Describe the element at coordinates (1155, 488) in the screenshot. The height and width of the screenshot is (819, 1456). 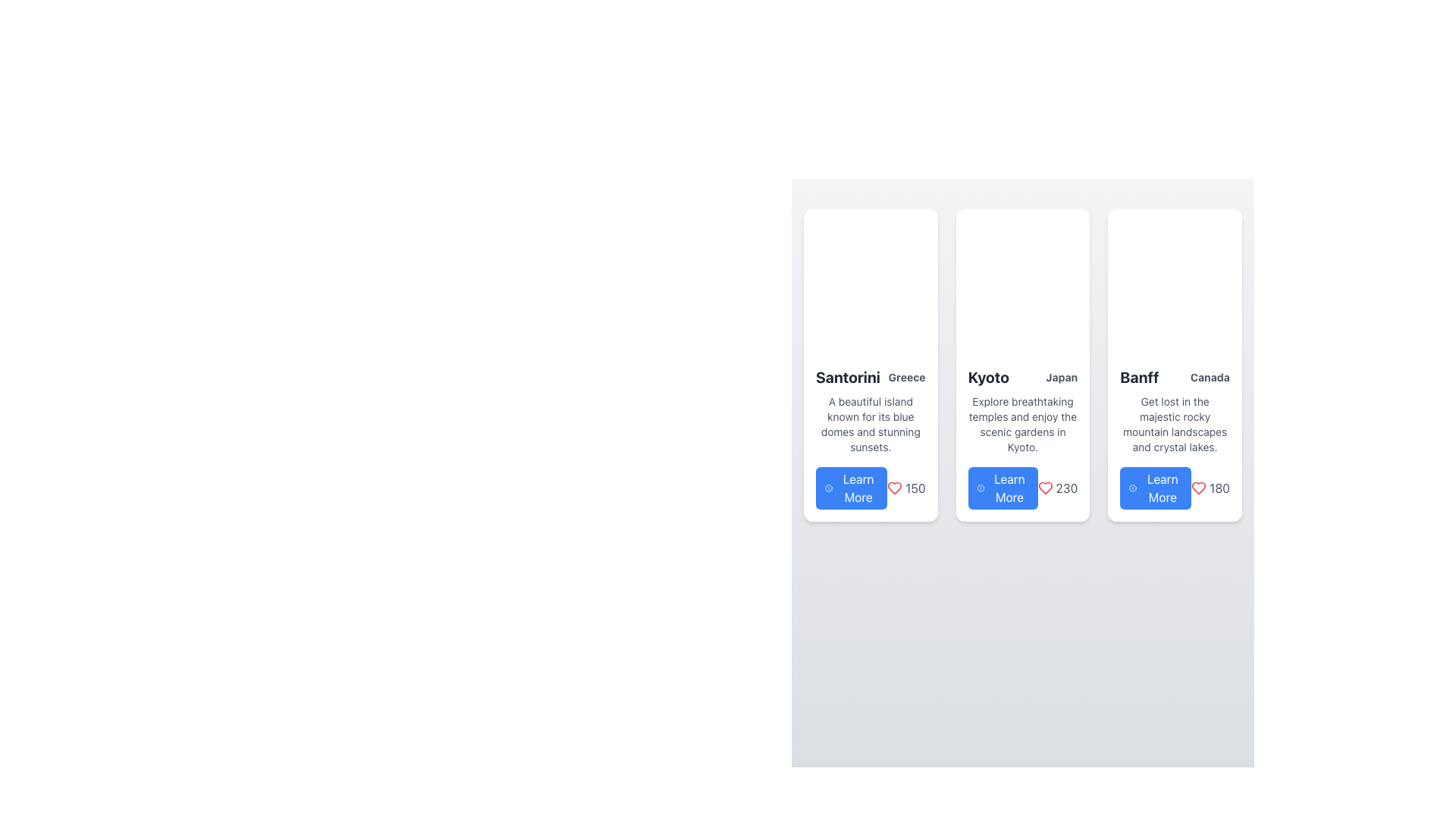
I see `the interactive button that triggers more information about the 'Banff' category, located at the bottom of the third card in a four-card layout` at that location.